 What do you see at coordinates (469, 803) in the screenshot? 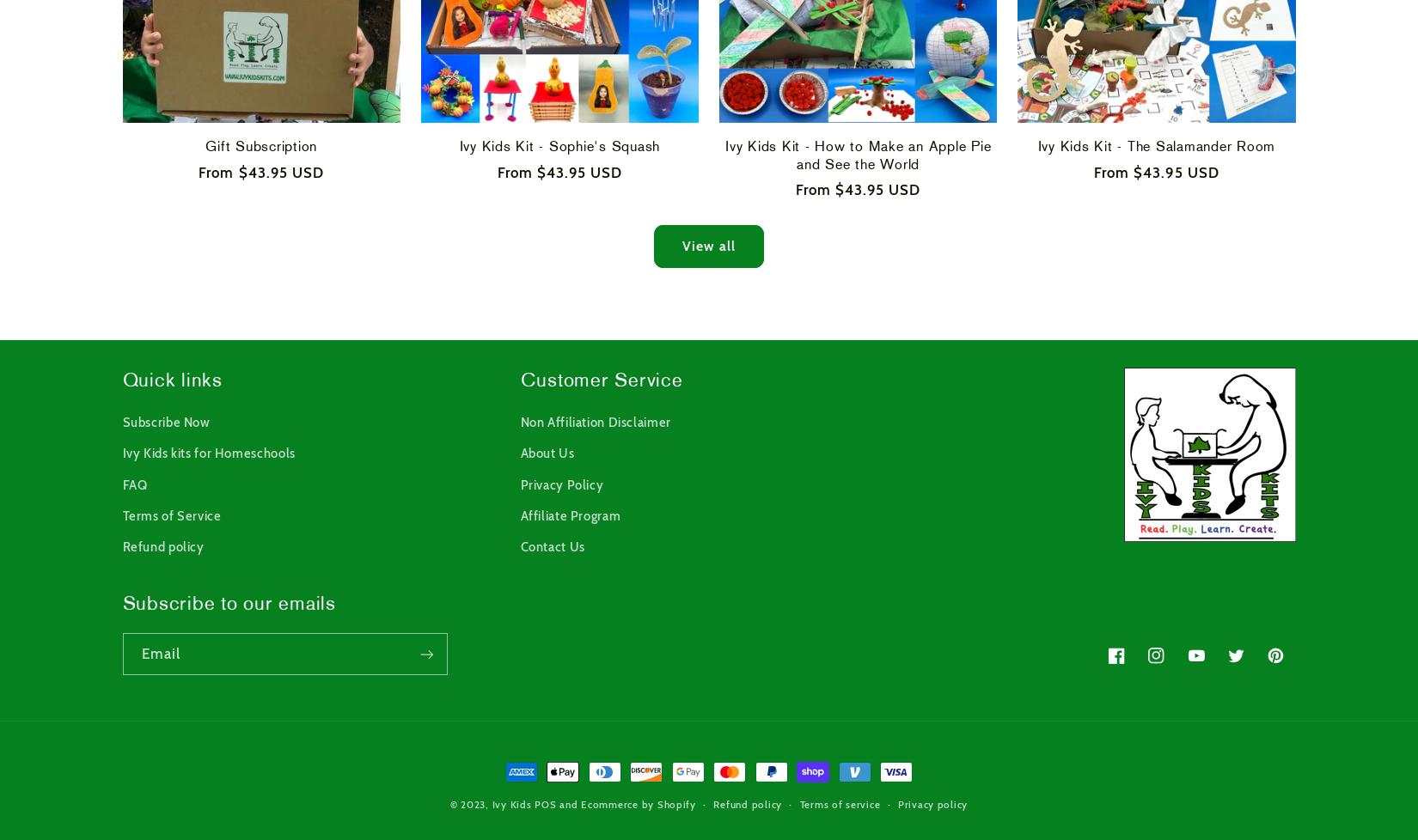
I see `'© 2023,'` at bounding box center [469, 803].